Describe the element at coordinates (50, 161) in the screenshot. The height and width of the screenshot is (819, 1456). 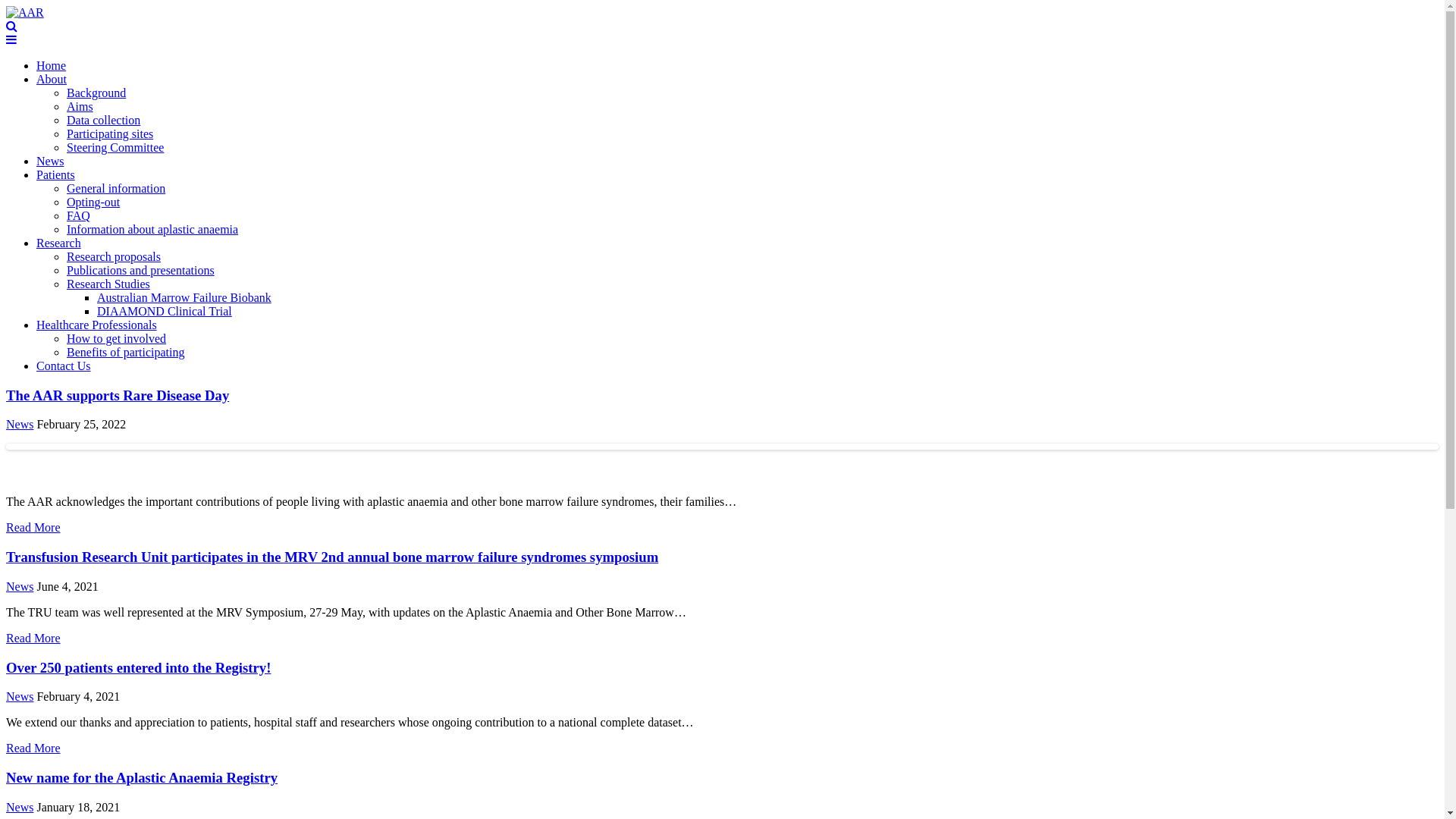
I see `'News'` at that location.